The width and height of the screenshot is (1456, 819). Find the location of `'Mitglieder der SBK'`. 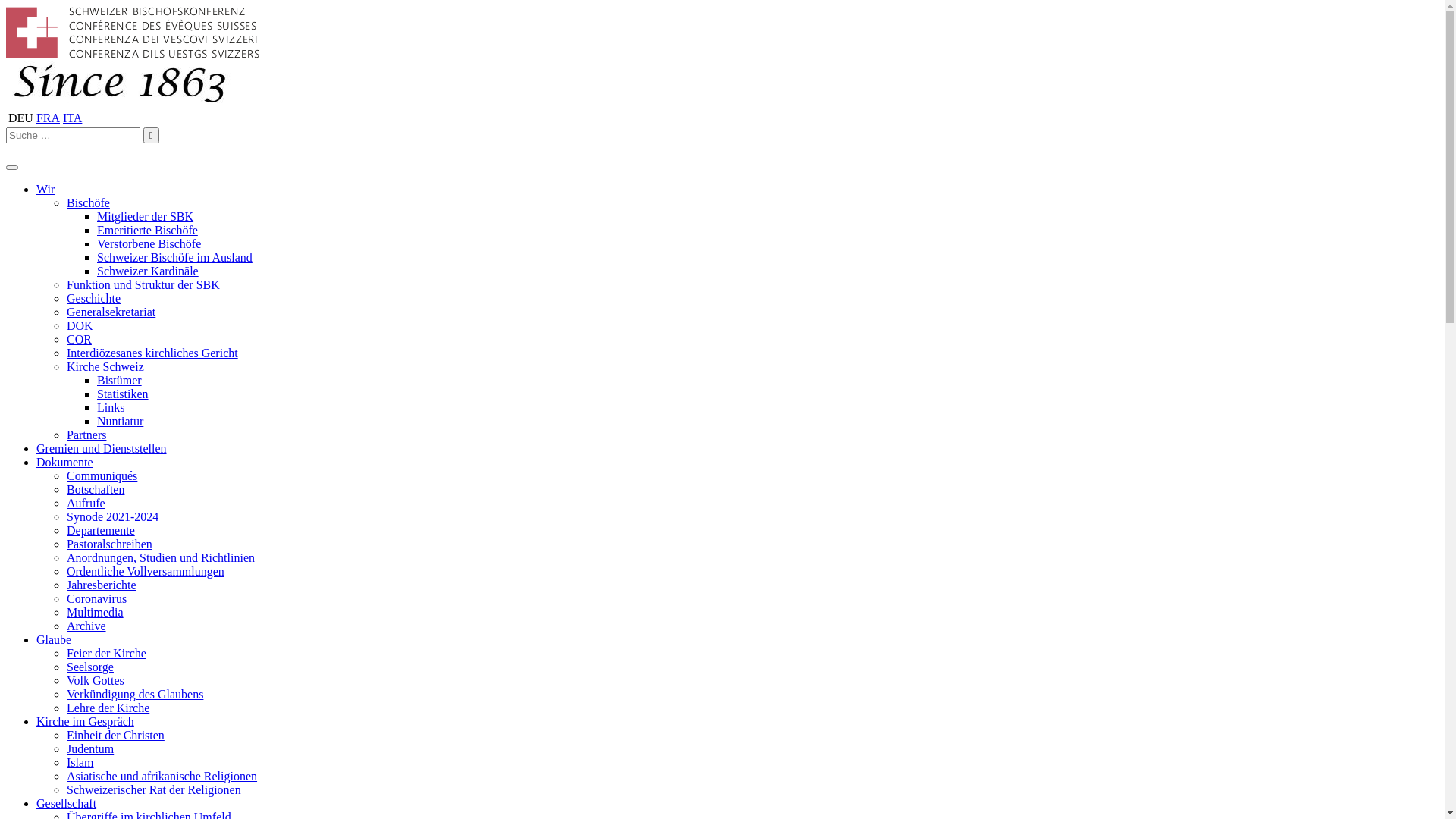

'Mitglieder der SBK' is located at coordinates (145, 216).